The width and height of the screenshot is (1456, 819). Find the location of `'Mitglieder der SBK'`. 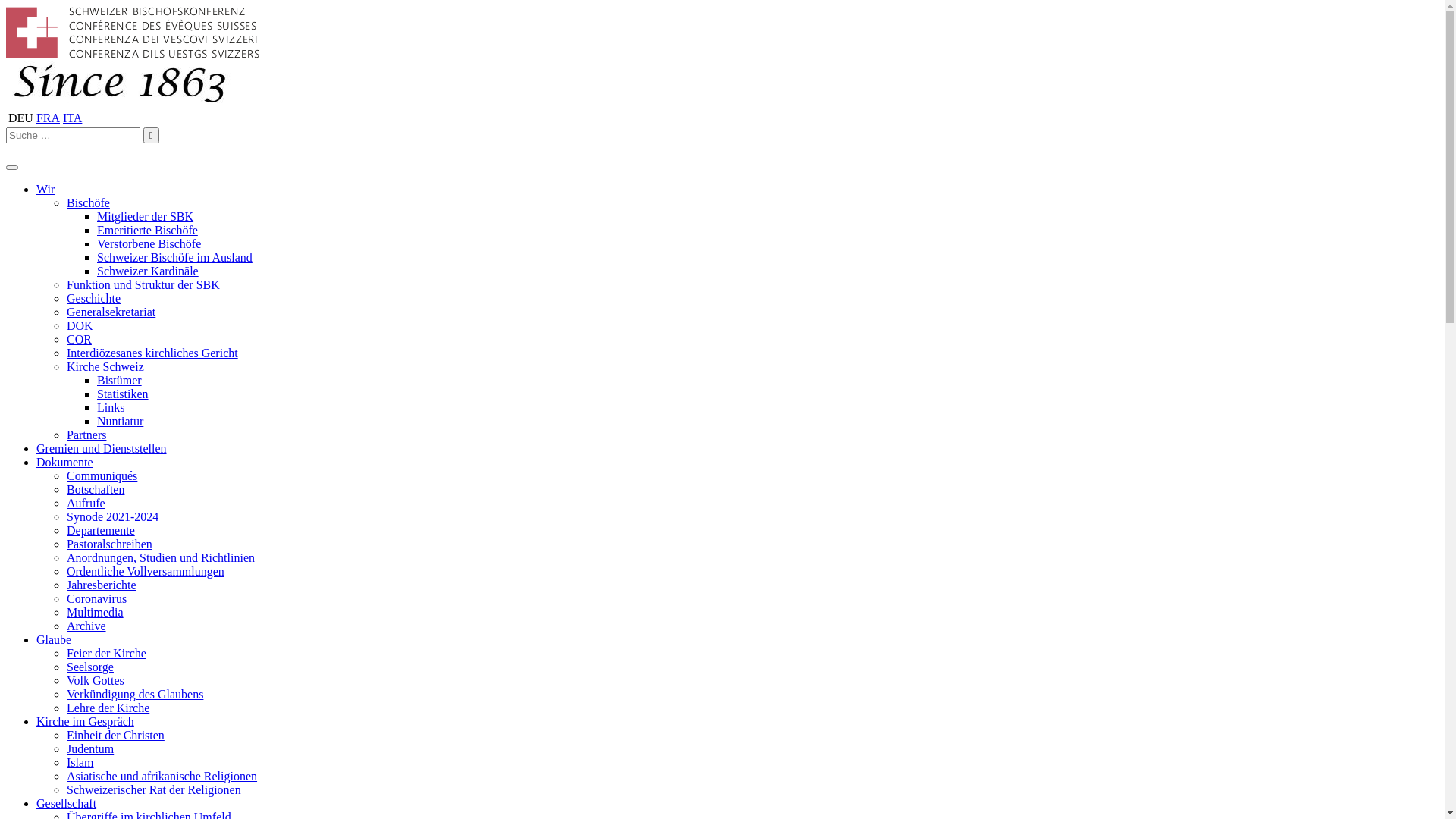

'Mitglieder der SBK' is located at coordinates (145, 216).